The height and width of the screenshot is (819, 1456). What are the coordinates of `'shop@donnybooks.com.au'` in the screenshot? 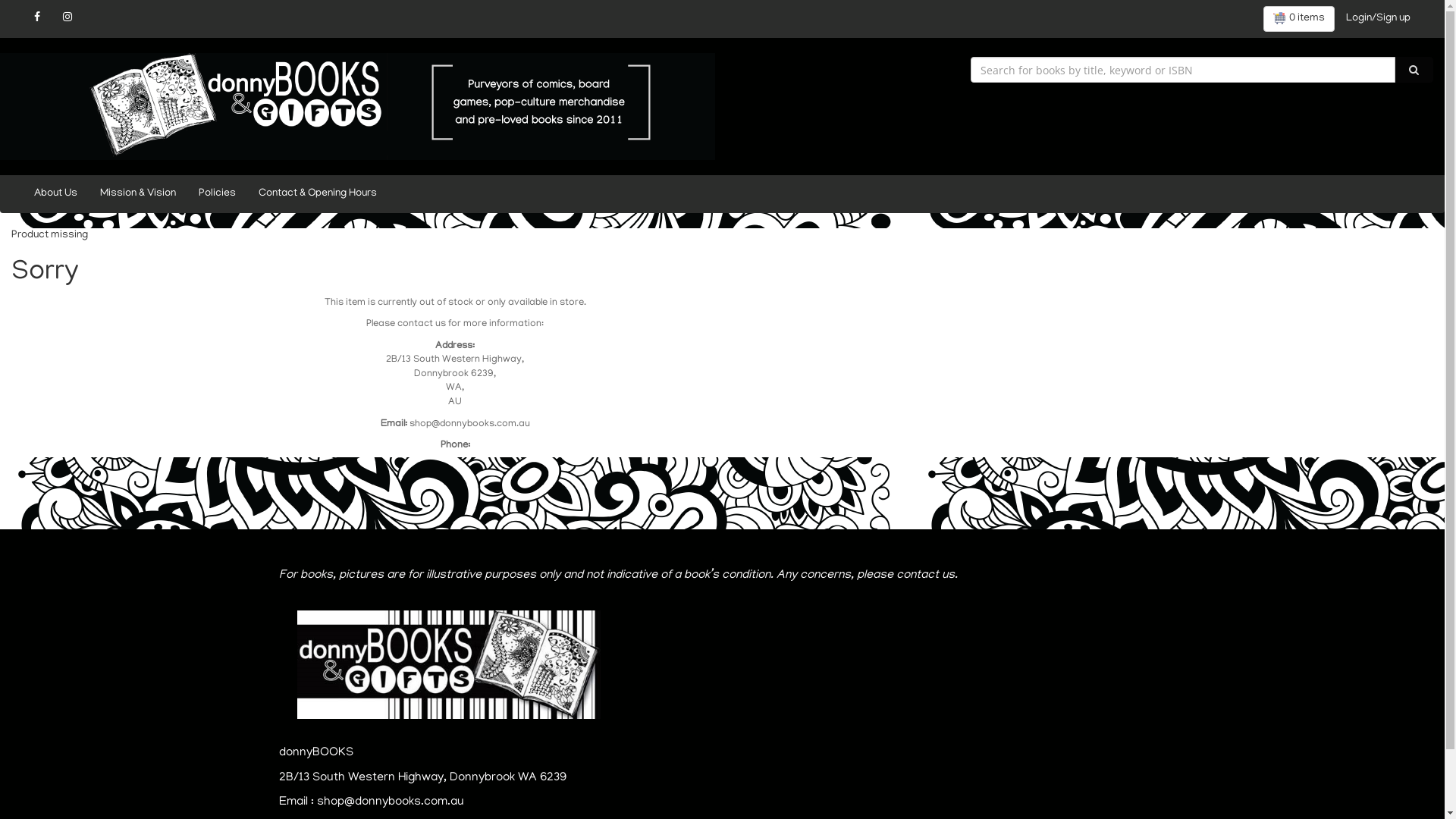 It's located at (469, 424).